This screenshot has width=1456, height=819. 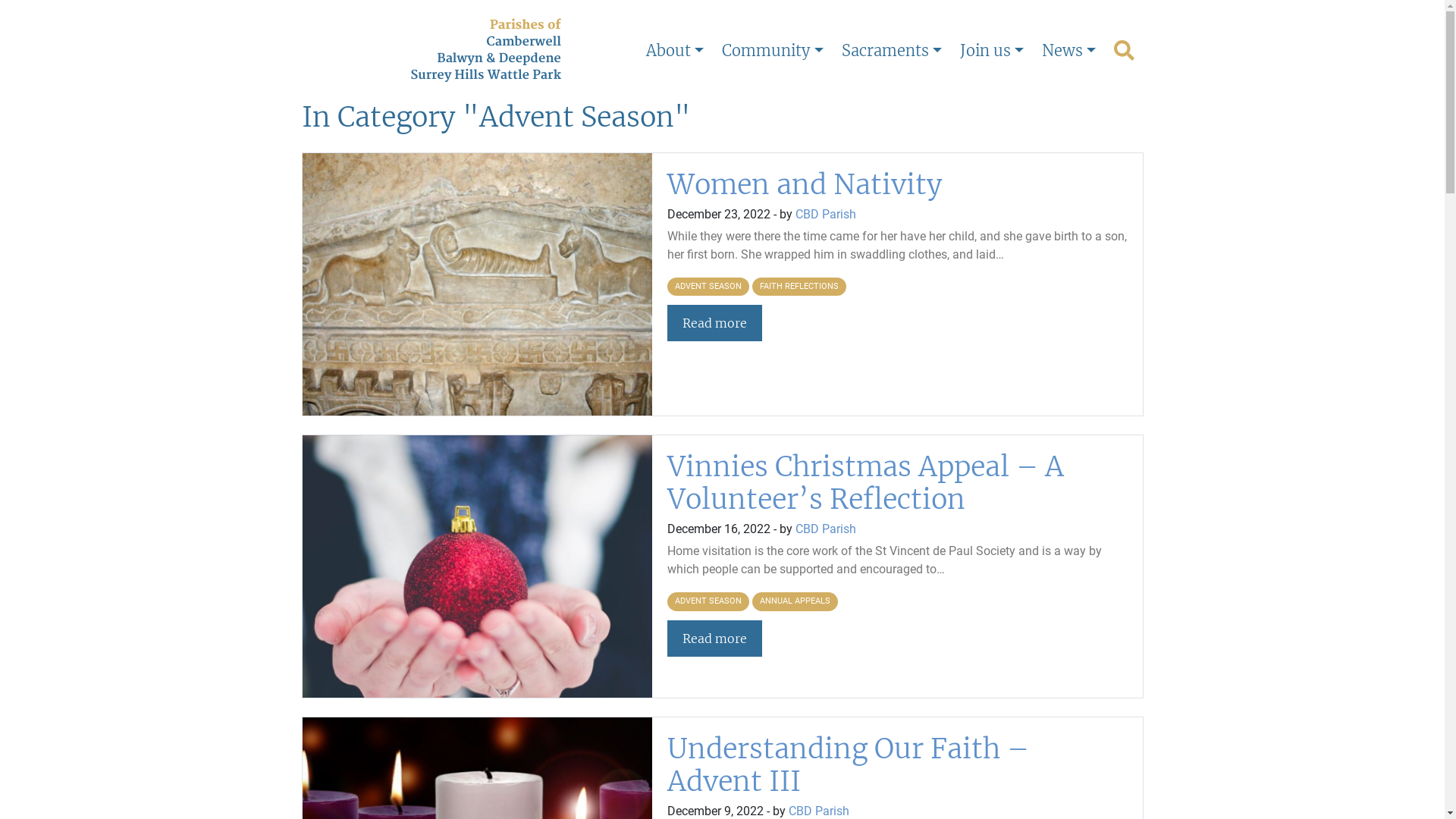 What do you see at coordinates (794, 601) in the screenshot?
I see `'ANNUAL APPEALS'` at bounding box center [794, 601].